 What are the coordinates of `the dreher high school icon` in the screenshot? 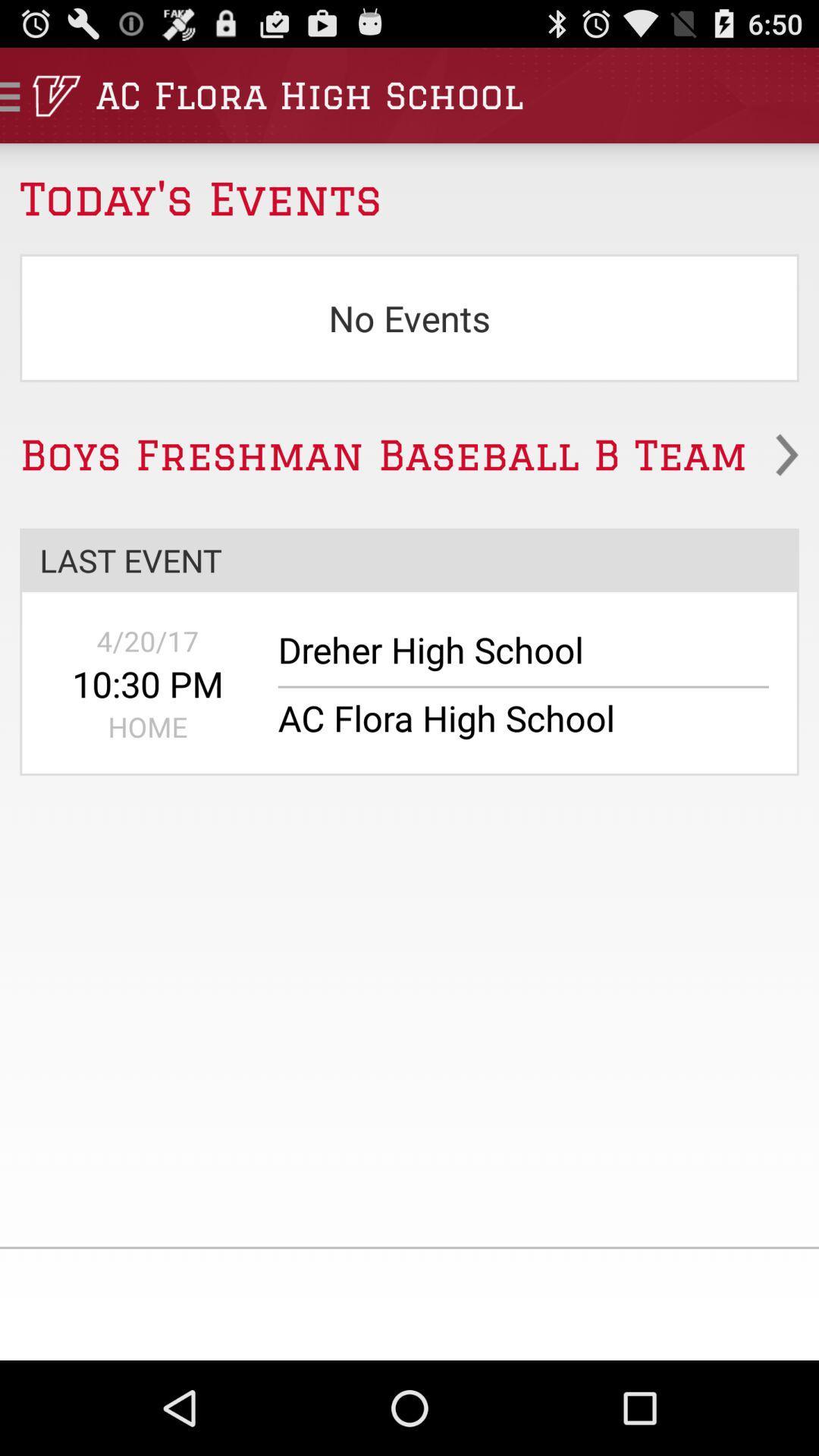 It's located at (513, 657).